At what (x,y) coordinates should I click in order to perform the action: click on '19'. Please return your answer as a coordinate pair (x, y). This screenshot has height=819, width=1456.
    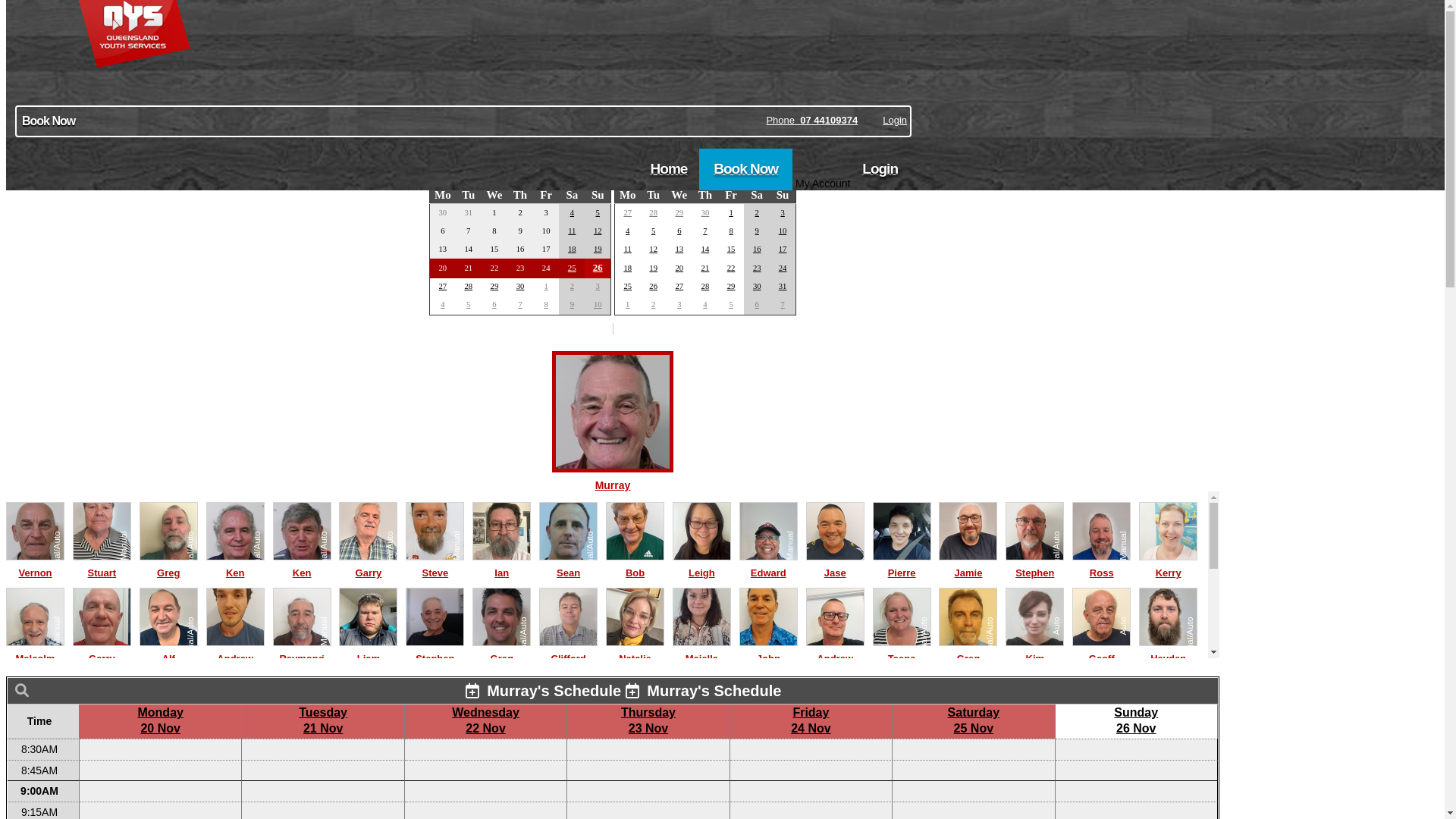
    Looking at the image, I should click on (653, 267).